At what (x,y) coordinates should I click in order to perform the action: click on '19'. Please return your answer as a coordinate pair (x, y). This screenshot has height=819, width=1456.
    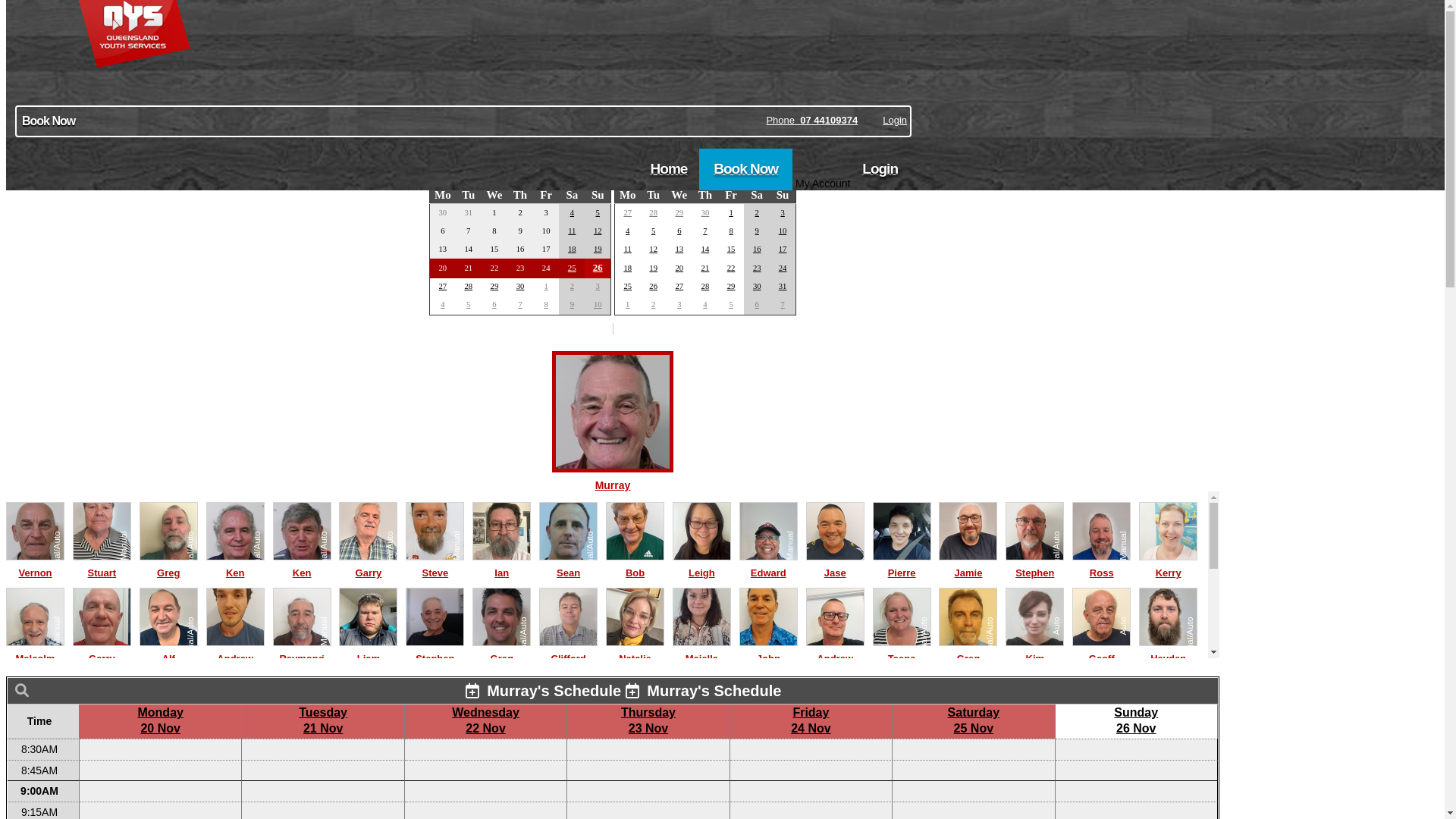
    Looking at the image, I should click on (653, 267).